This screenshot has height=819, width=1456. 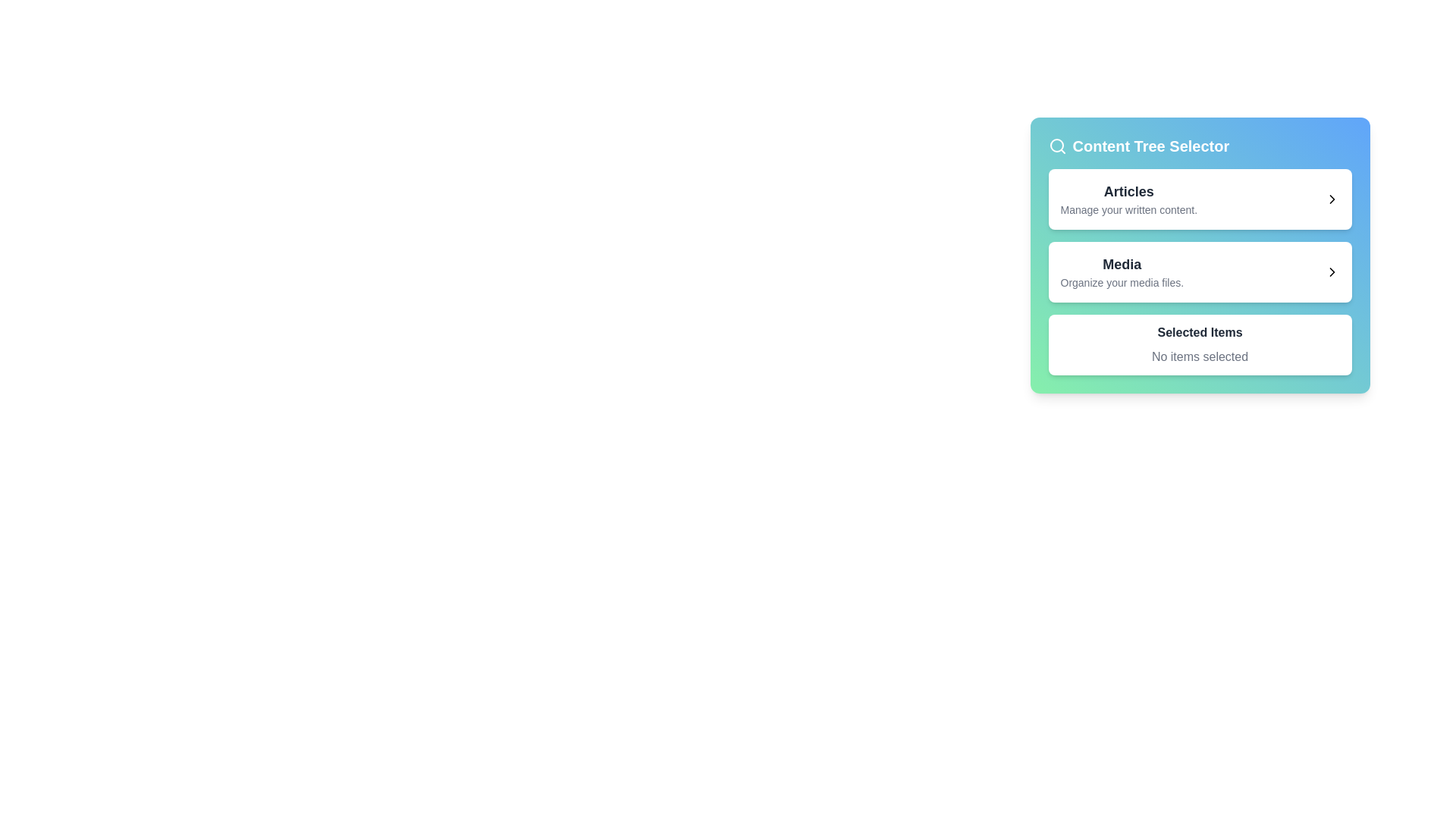 What do you see at coordinates (1128, 191) in the screenshot?
I see `the primary heading element that serves as a title or label for the content category, located at the top of the first option in the vertical list of content categories, just below the 'Content Tree Selector' header` at bounding box center [1128, 191].